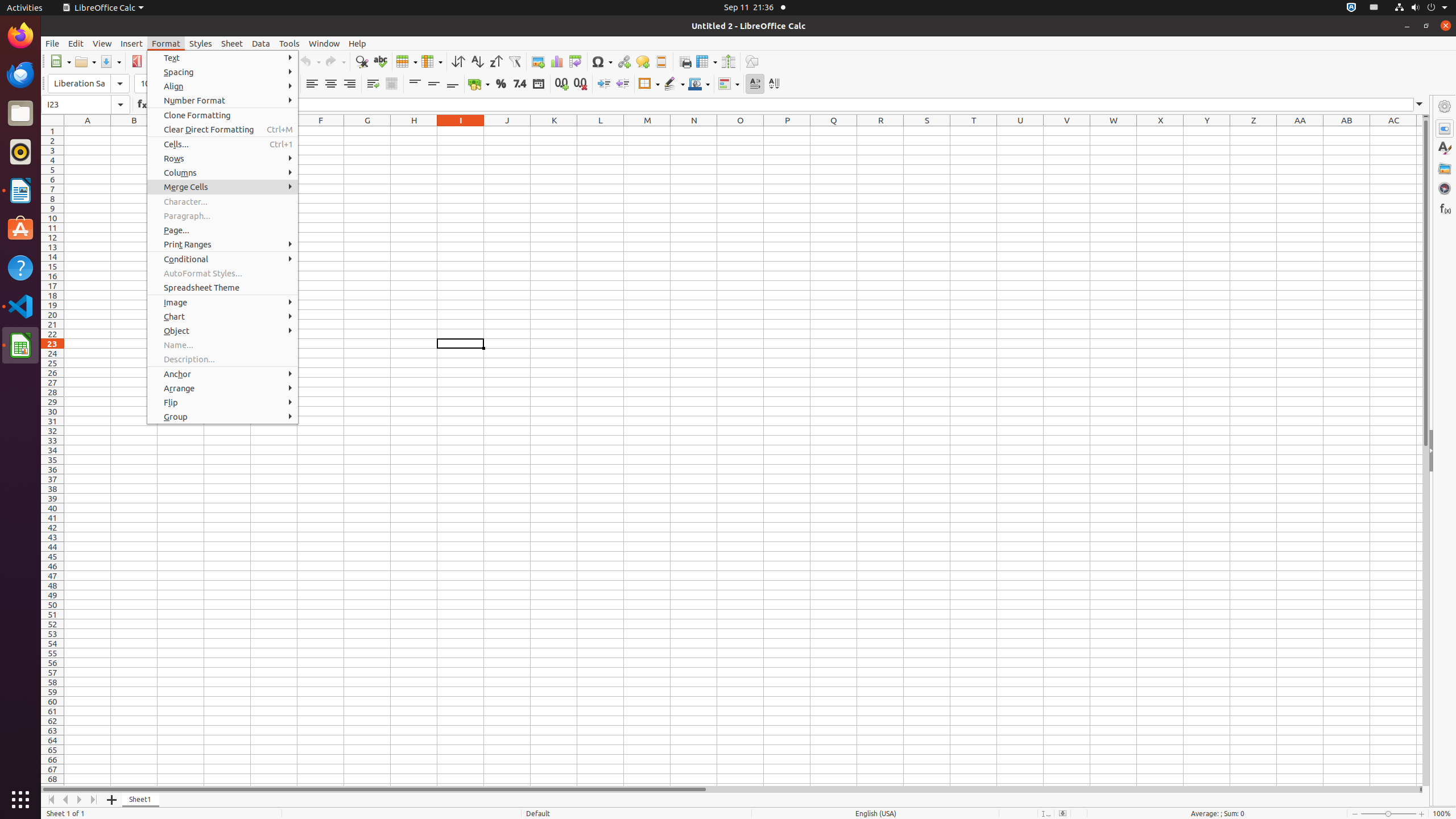  What do you see at coordinates (1419, 104) in the screenshot?
I see `'Expand Formula Bar'` at bounding box center [1419, 104].